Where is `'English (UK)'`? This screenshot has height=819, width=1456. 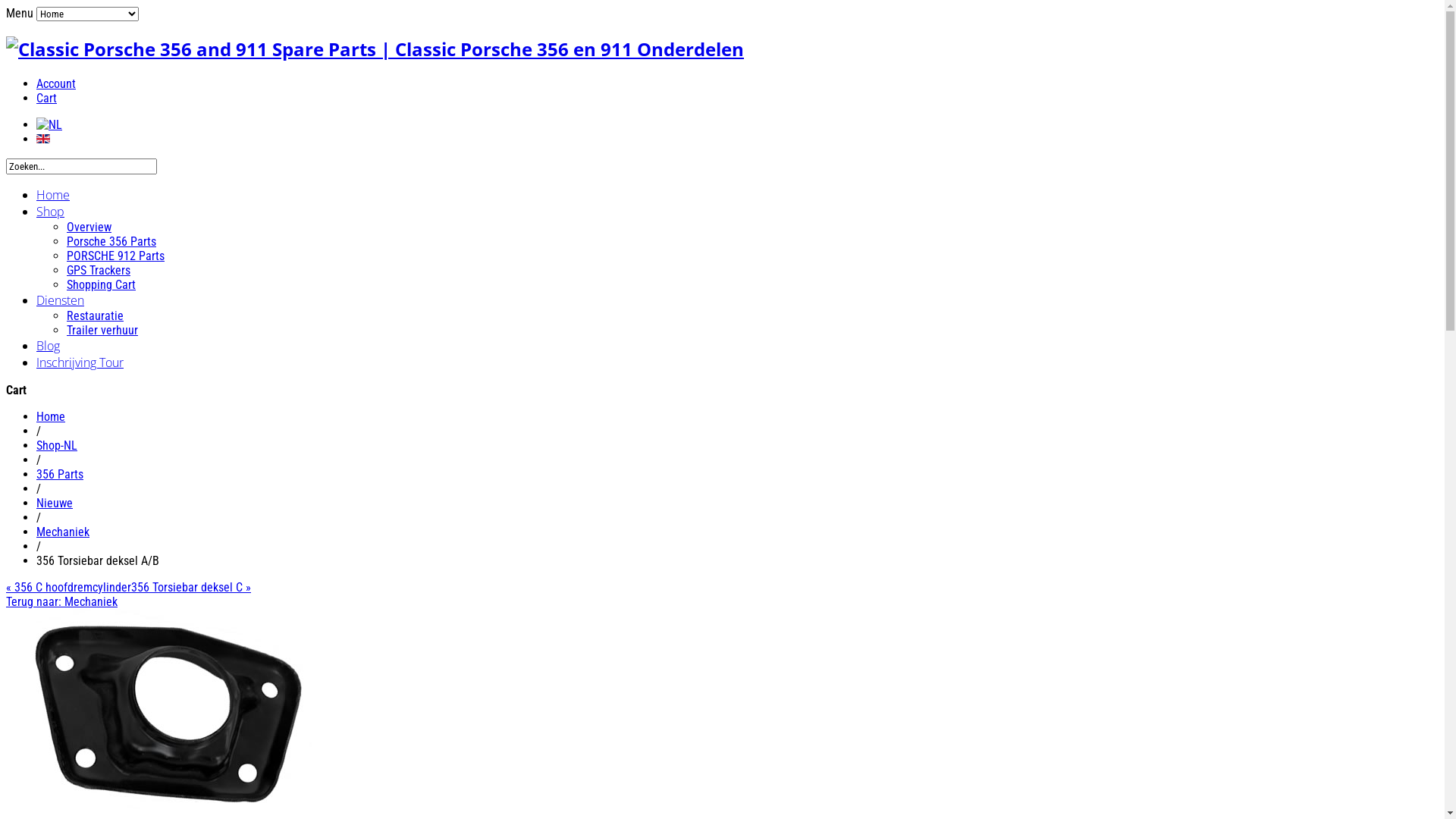
'English (UK)' is located at coordinates (36, 138).